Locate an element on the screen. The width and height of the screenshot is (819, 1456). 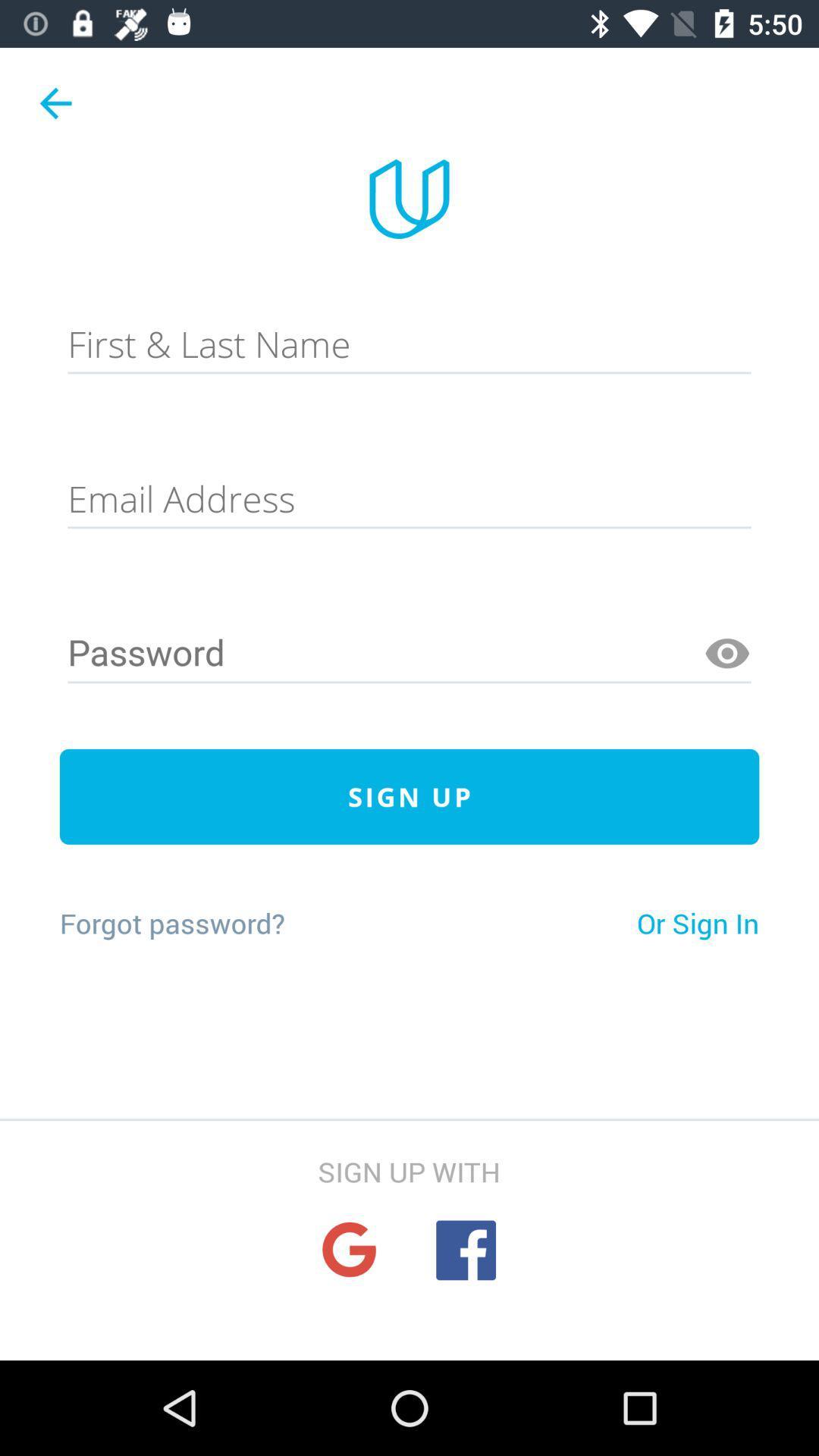
sign up using google is located at coordinates (349, 1250).